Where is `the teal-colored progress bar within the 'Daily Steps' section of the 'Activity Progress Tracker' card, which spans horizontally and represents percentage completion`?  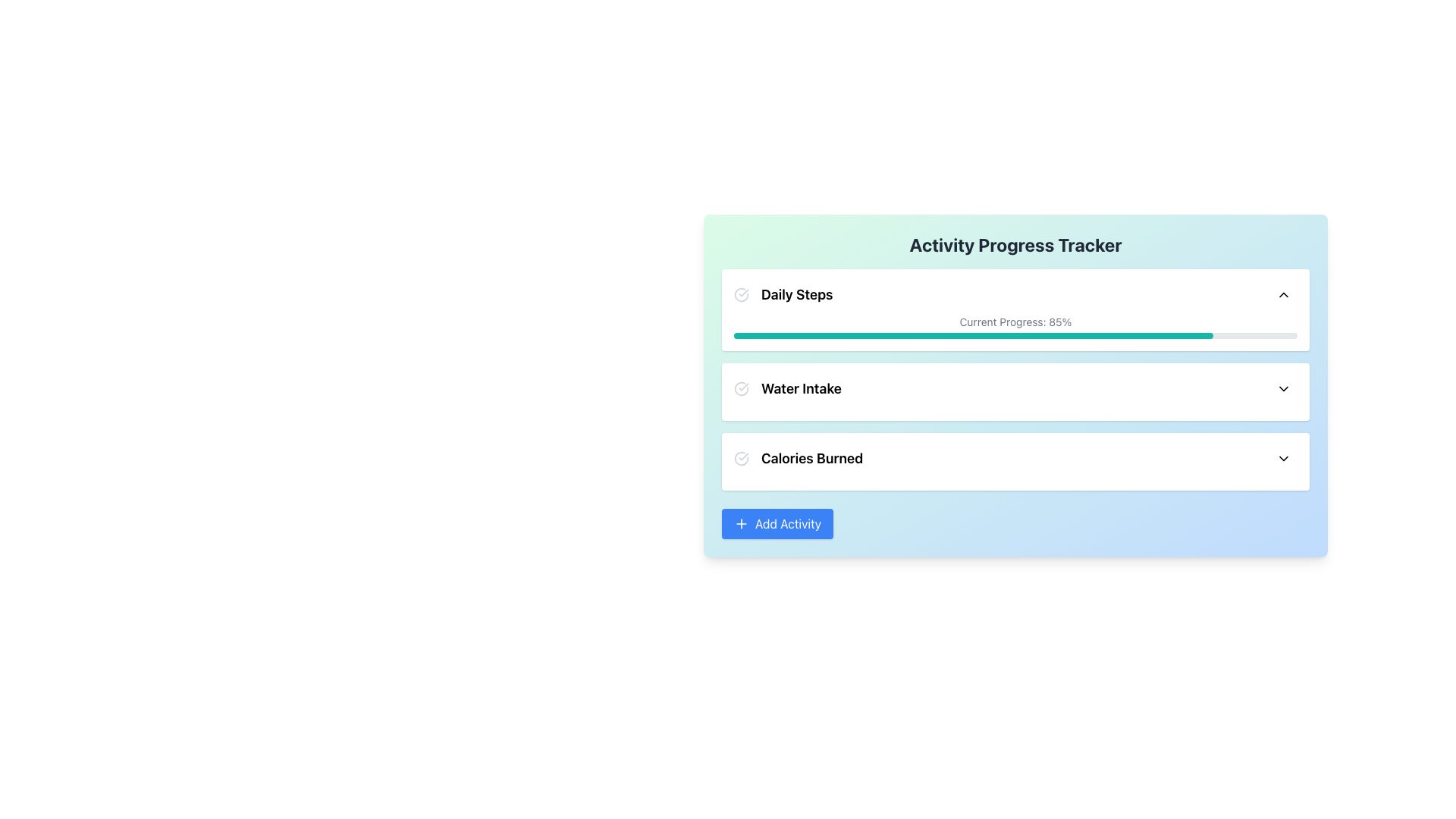
the teal-colored progress bar within the 'Daily Steps' section of the 'Activity Progress Tracker' card, which spans horizontally and represents percentage completion is located at coordinates (973, 335).